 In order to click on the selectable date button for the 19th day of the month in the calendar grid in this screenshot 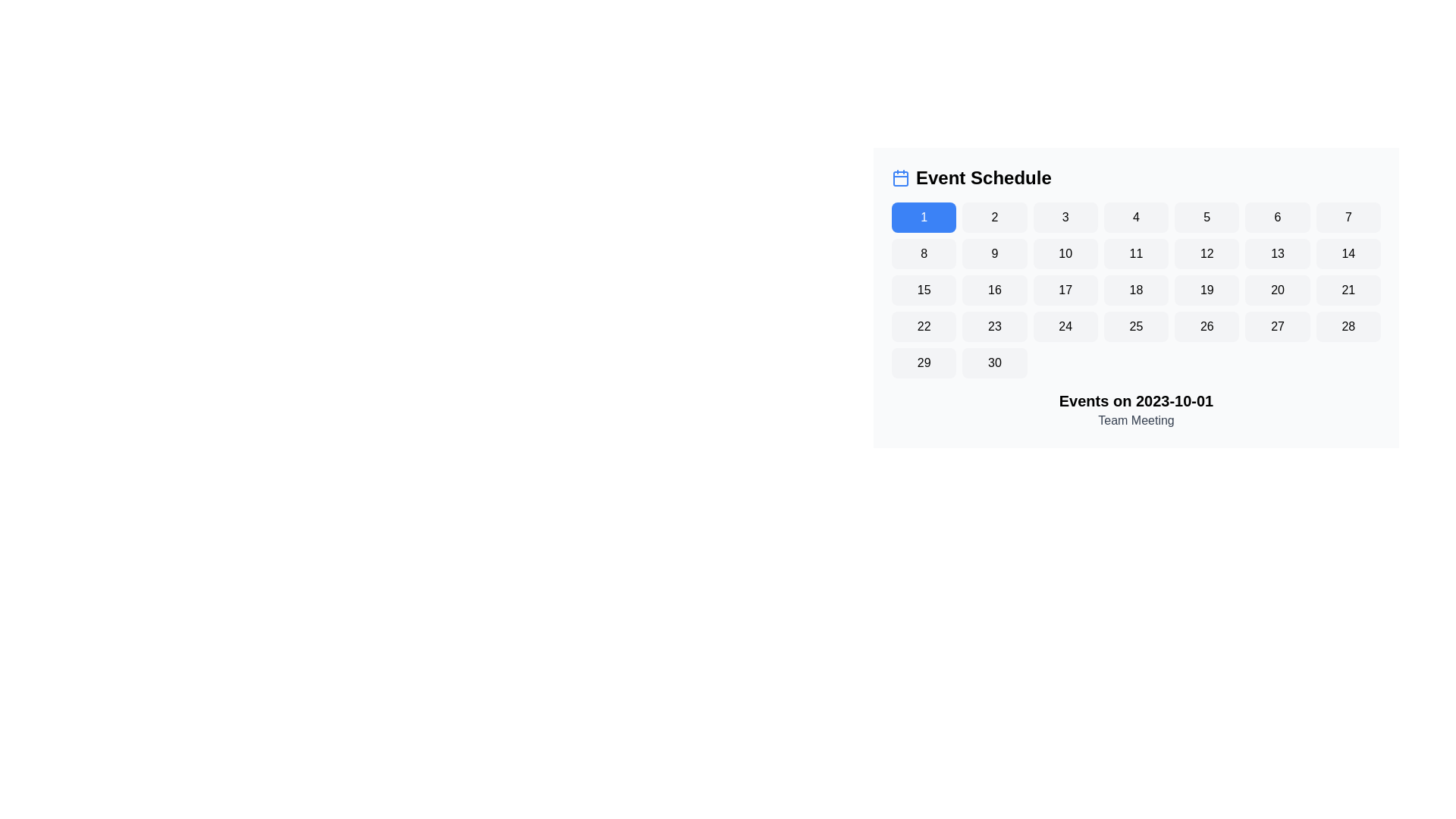, I will do `click(1206, 290)`.